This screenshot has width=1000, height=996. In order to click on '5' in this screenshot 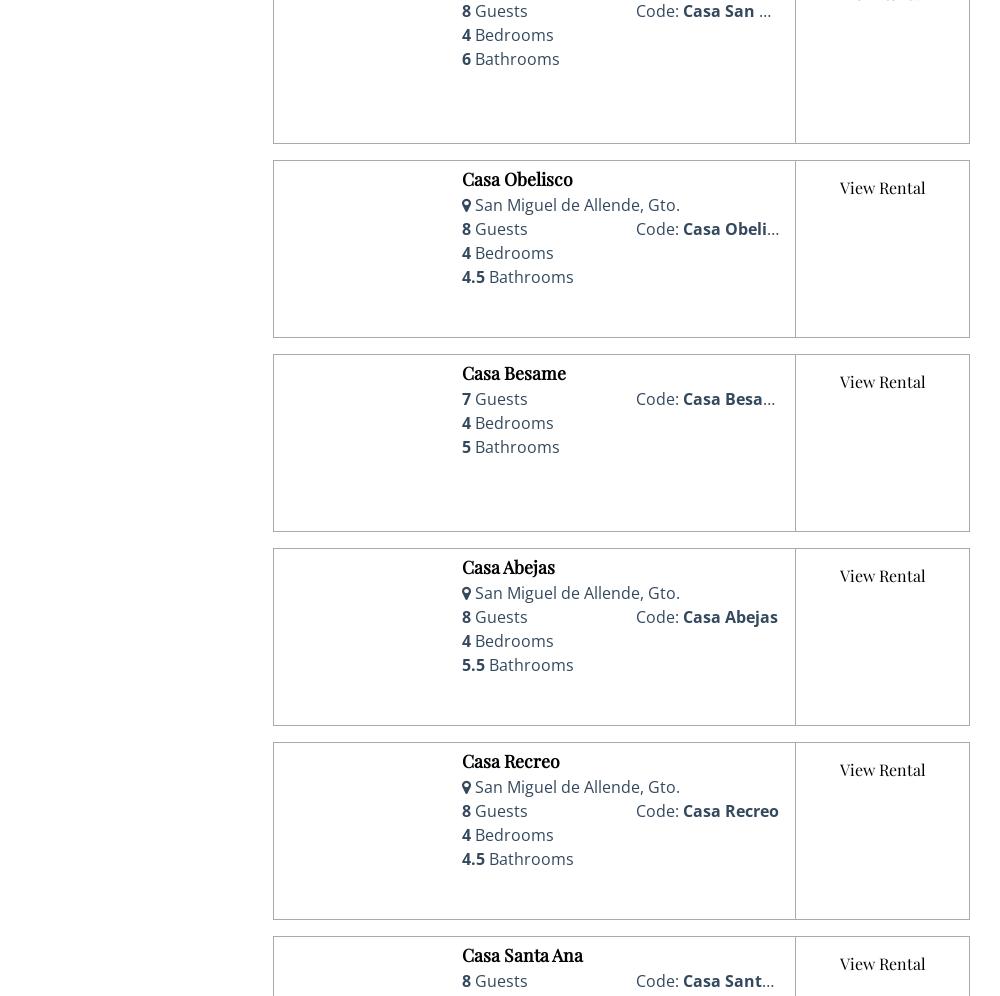, I will do `click(465, 447)`.